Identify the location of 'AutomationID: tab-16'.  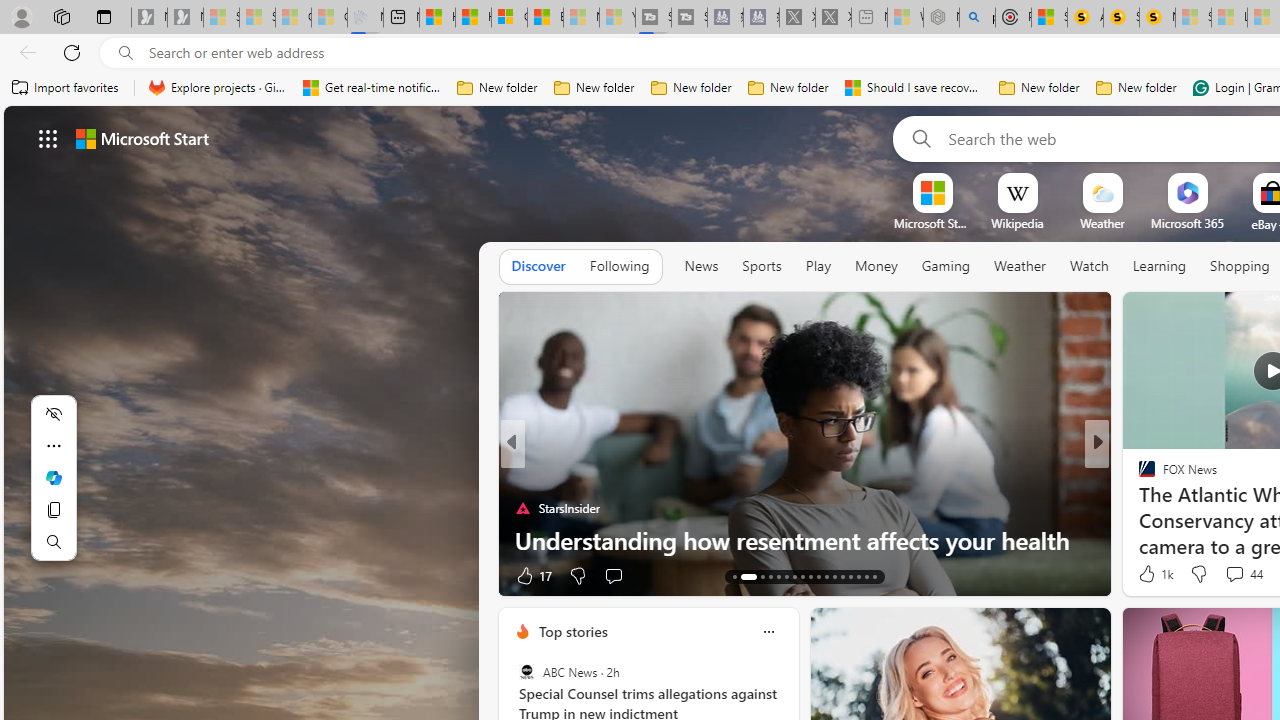
(768, 577).